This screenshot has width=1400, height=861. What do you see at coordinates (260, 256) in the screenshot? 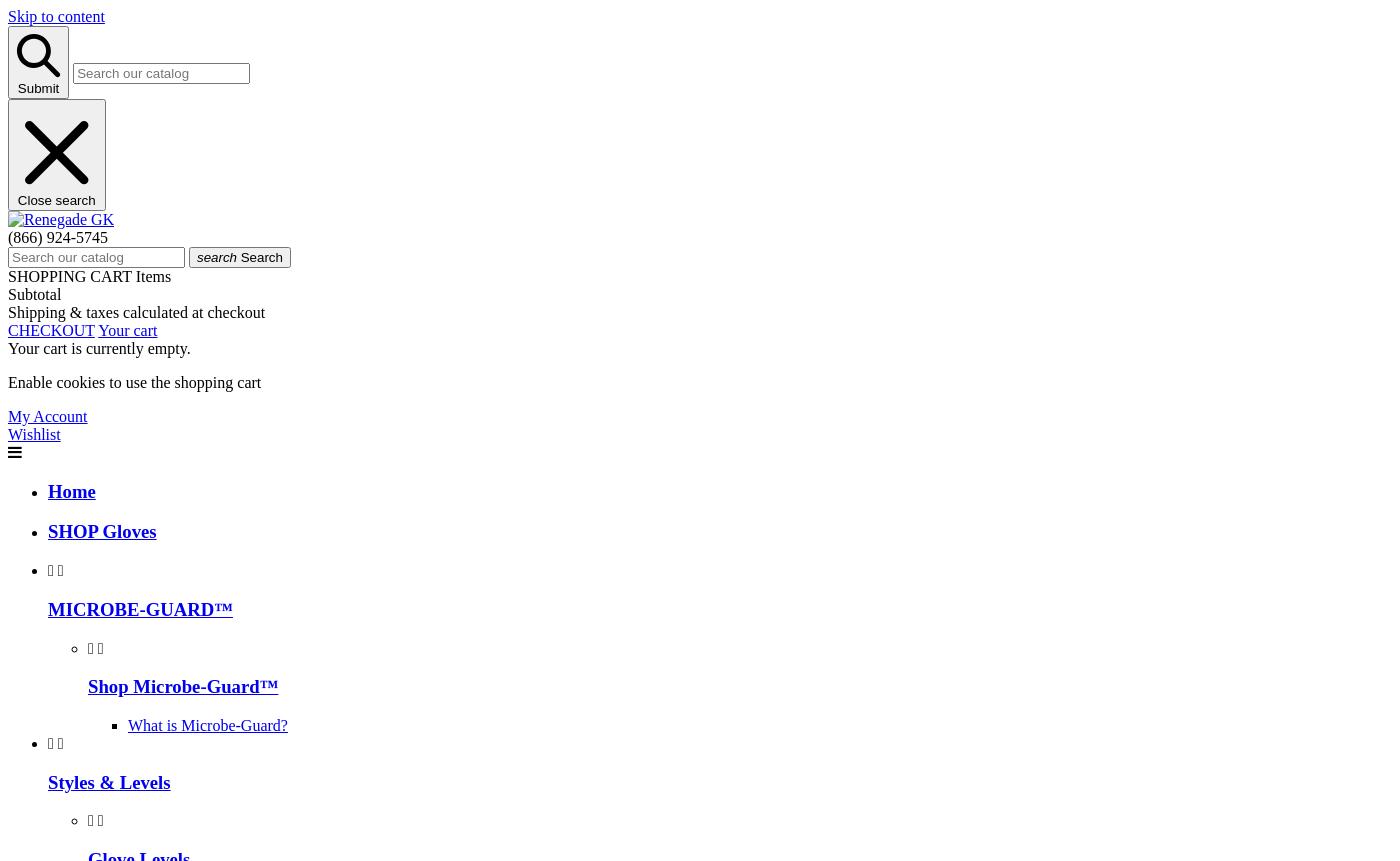
I see `'Search'` at bounding box center [260, 256].